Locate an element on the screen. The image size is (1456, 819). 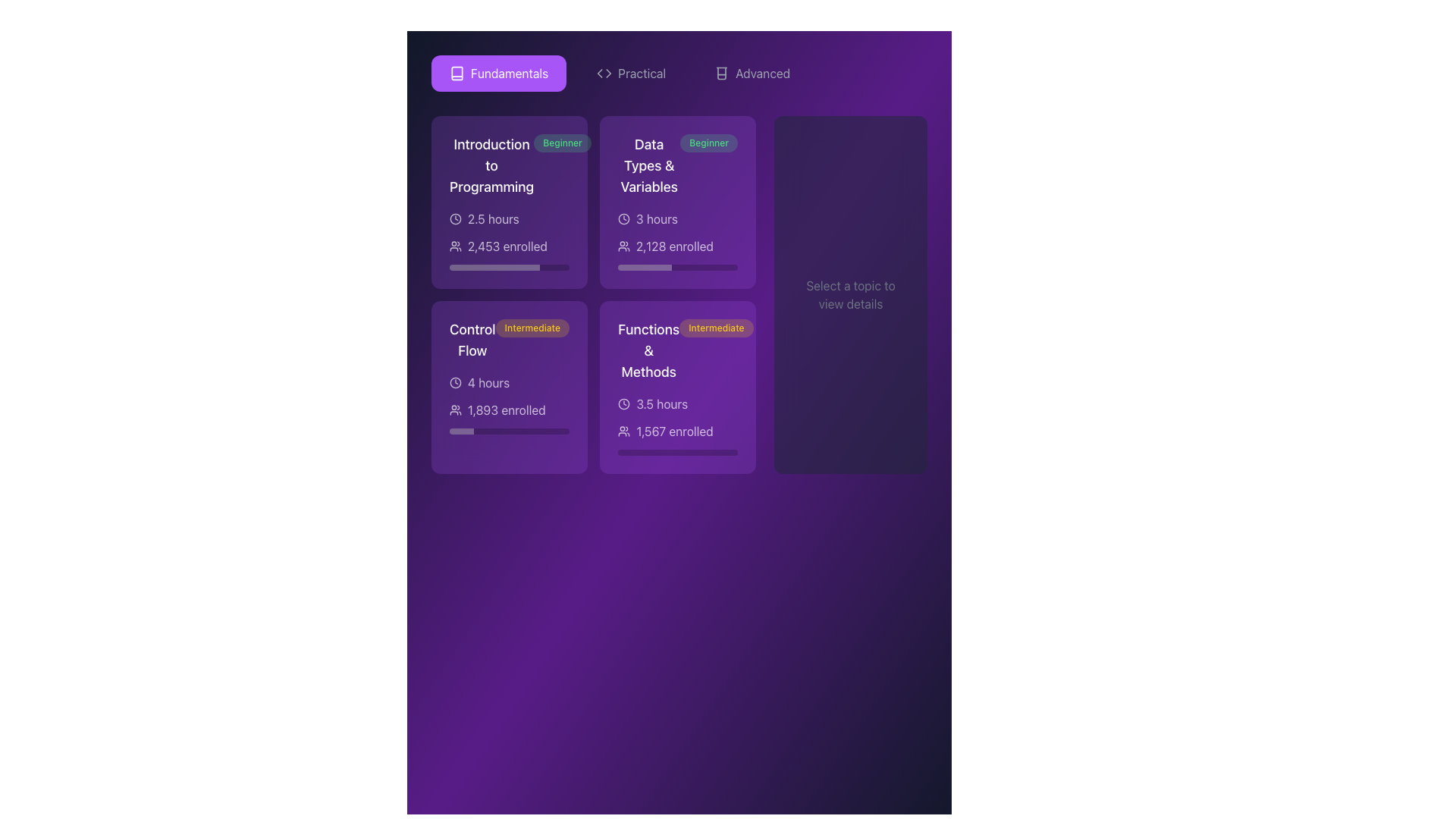
the decorative SVG icon component that symbolizes the educational nature of the 'Fundamentals' button, located in the top-left section of the interface is located at coordinates (457, 73).